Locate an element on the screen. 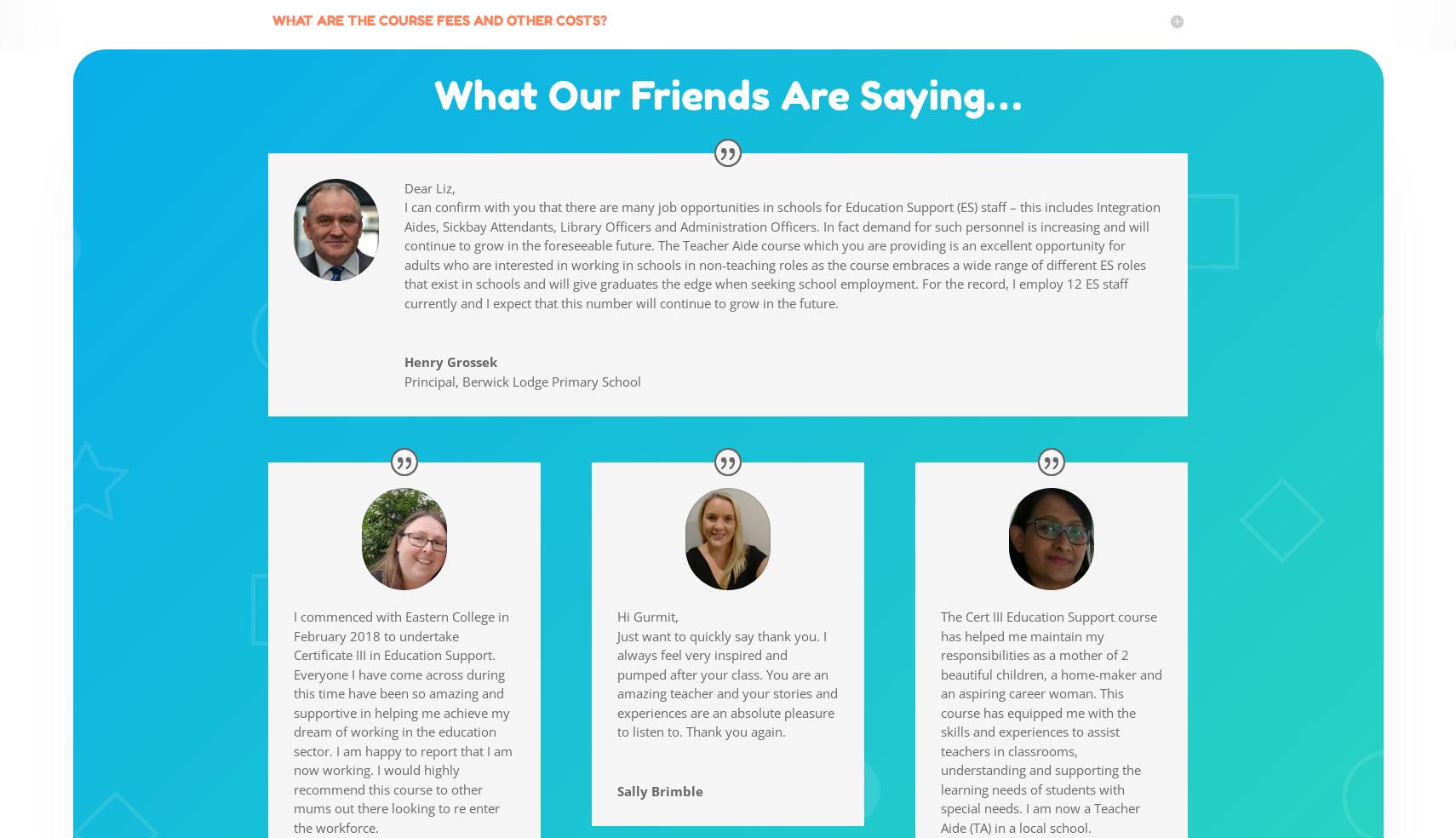 This screenshot has height=838, width=1456. 'Berwick Lodge Primary School' is located at coordinates (551, 381).